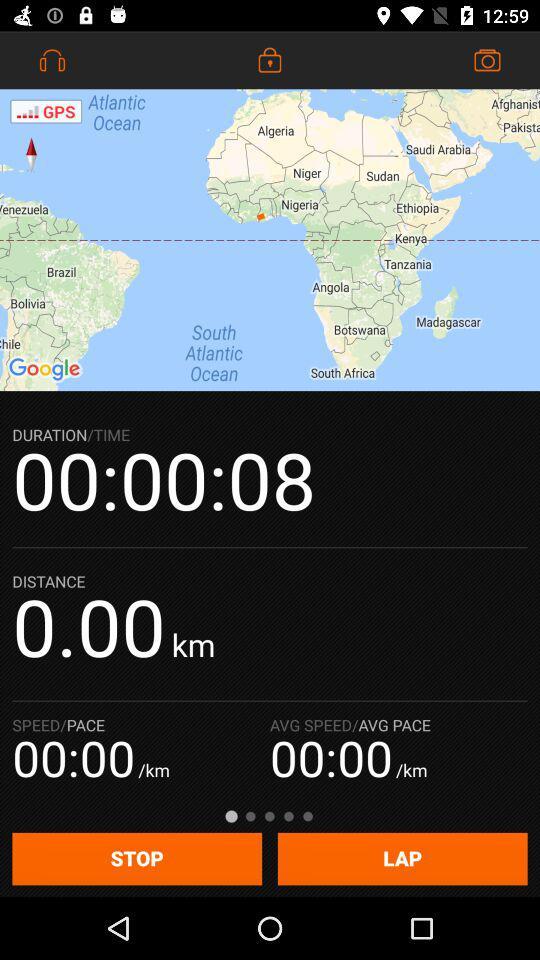  What do you see at coordinates (403, 858) in the screenshot?
I see `the lap option` at bounding box center [403, 858].